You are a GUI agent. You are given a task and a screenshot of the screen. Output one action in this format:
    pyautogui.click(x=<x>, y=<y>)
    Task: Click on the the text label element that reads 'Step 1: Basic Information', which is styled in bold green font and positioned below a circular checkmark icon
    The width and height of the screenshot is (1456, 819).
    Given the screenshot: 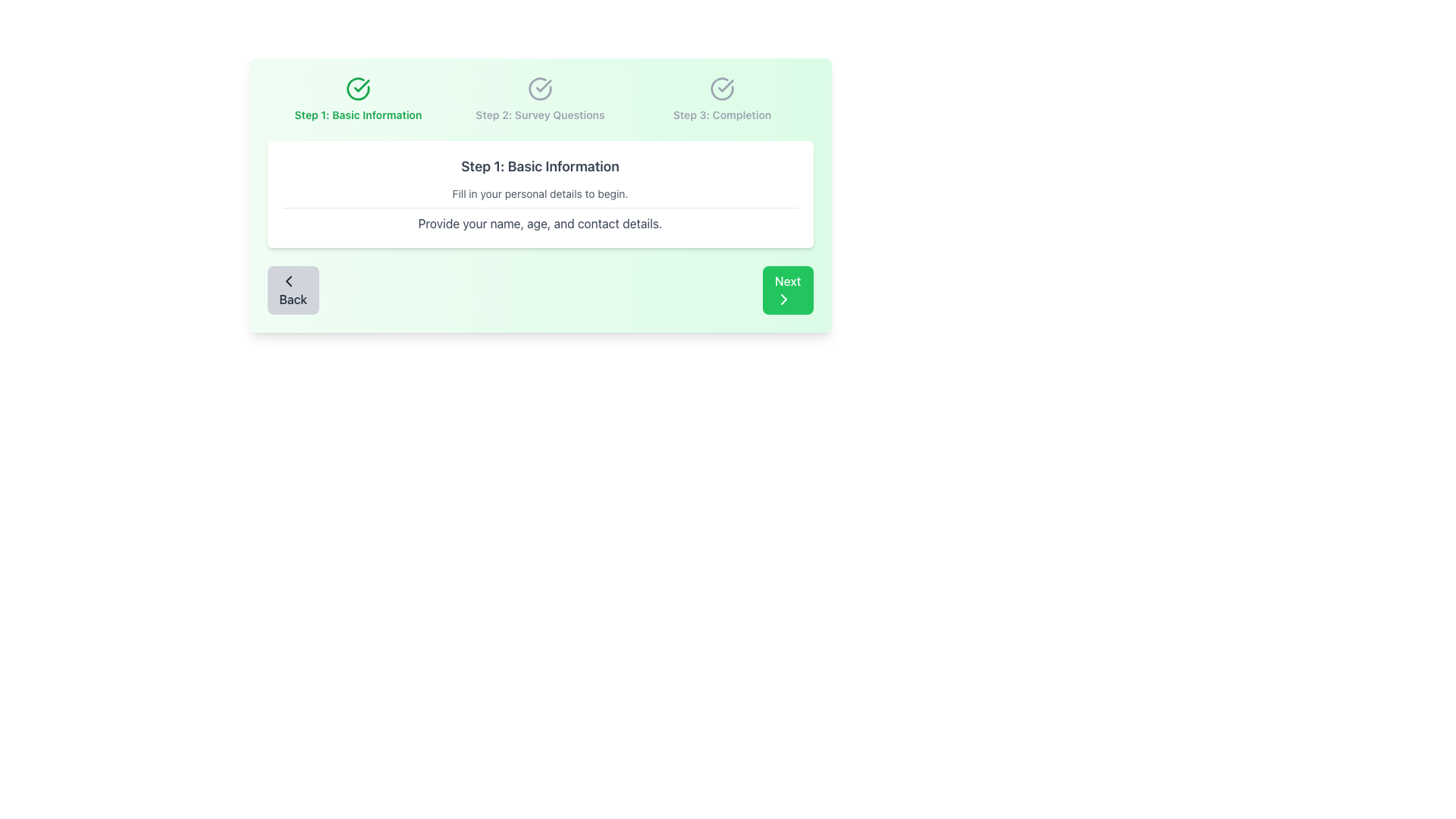 What is the action you would take?
    pyautogui.click(x=357, y=114)
    